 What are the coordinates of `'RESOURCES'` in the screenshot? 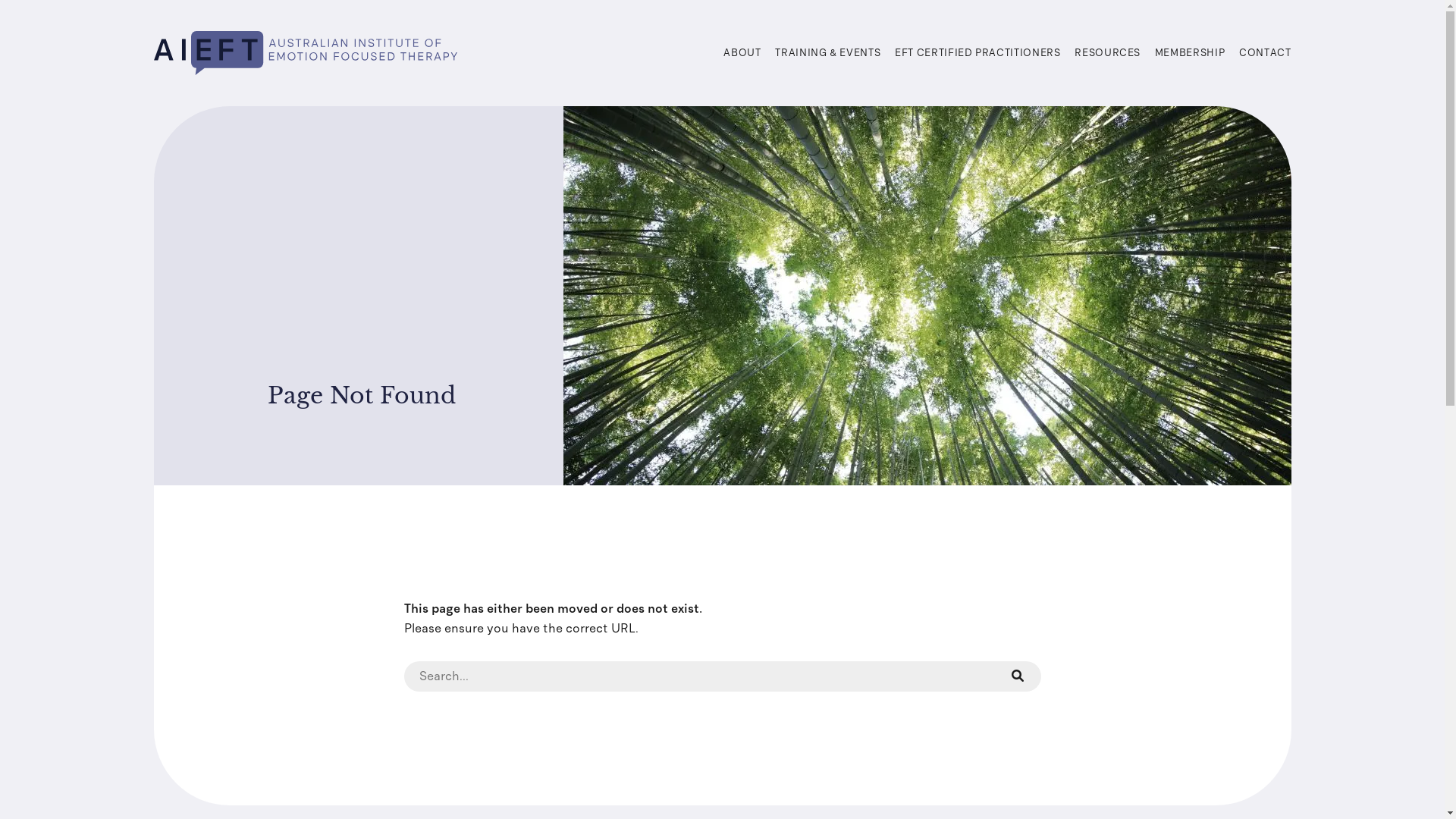 It's located at (1107, 52).